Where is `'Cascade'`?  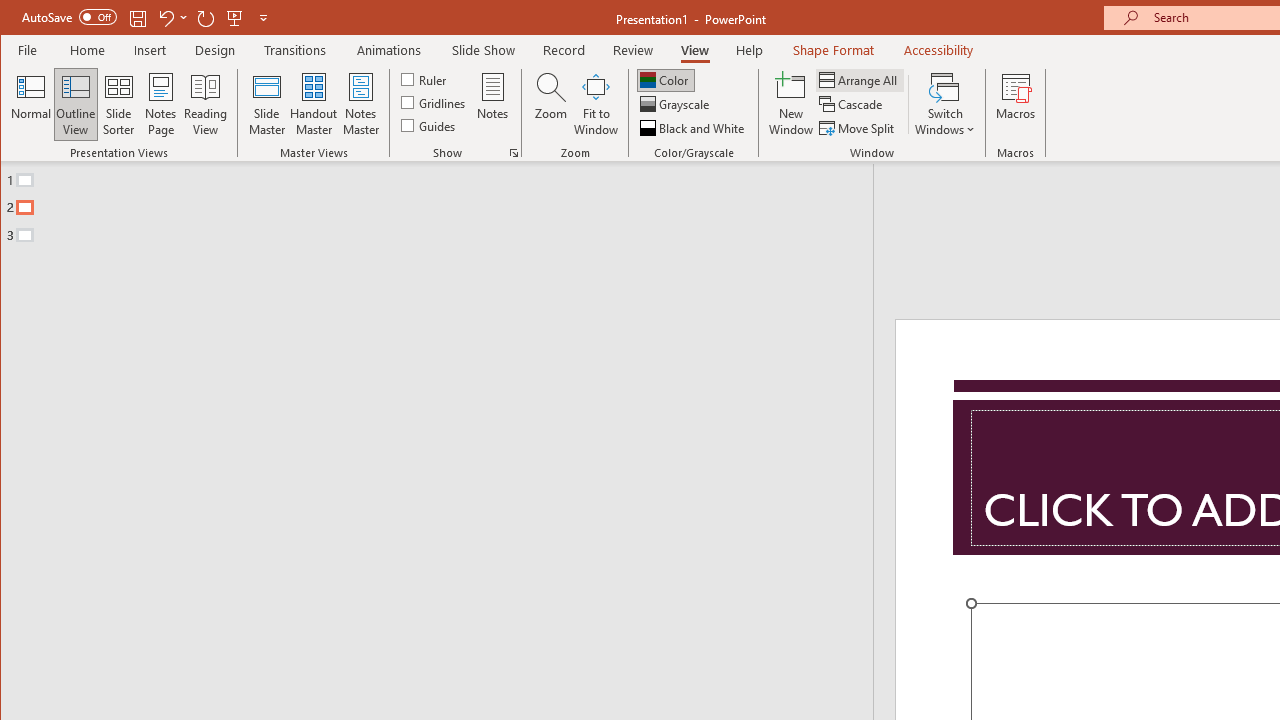
'Cascade' is located at coordinates (853, 104).